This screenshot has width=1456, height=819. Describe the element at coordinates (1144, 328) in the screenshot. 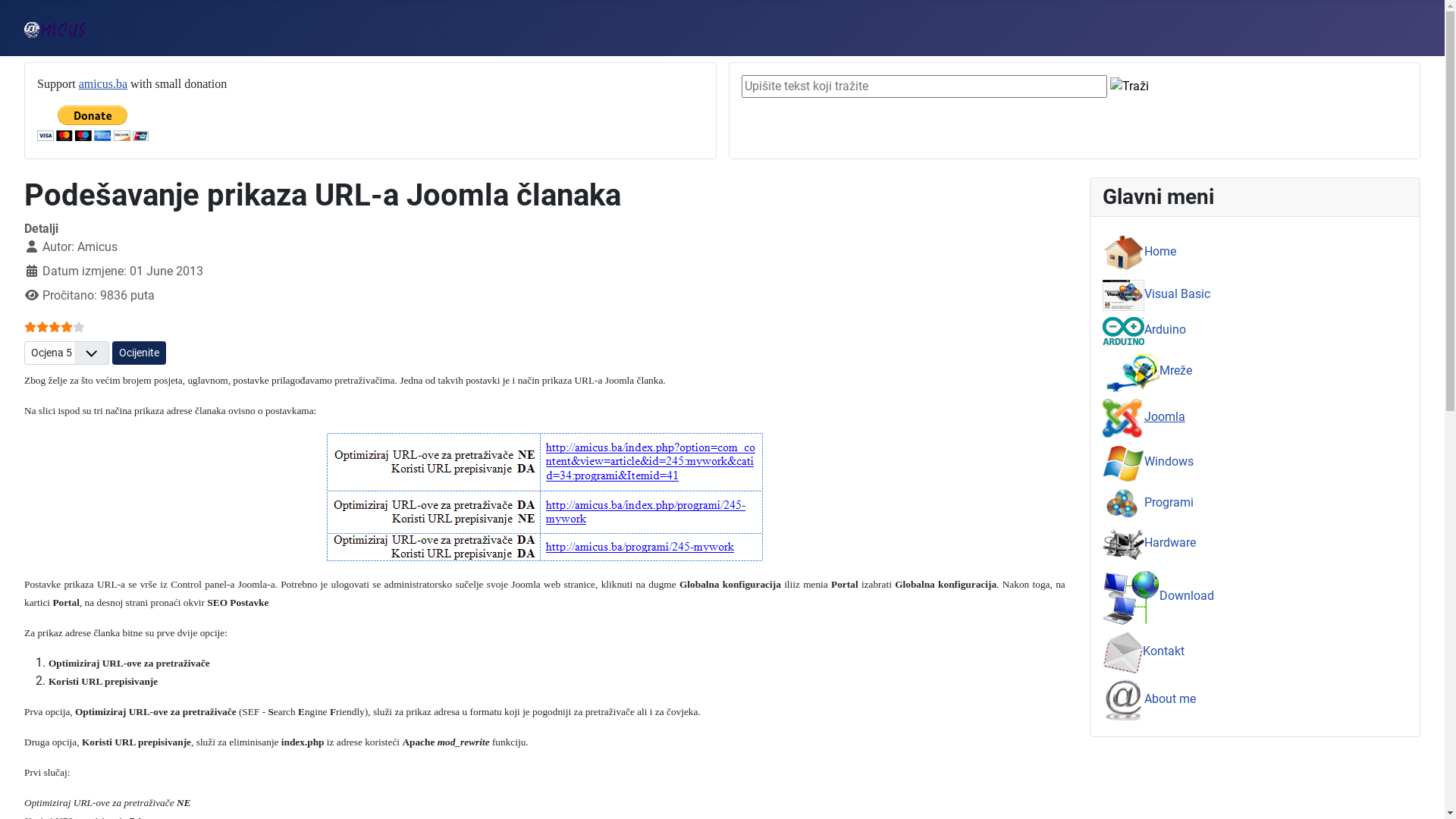

I see `'Arduino'` at that location.